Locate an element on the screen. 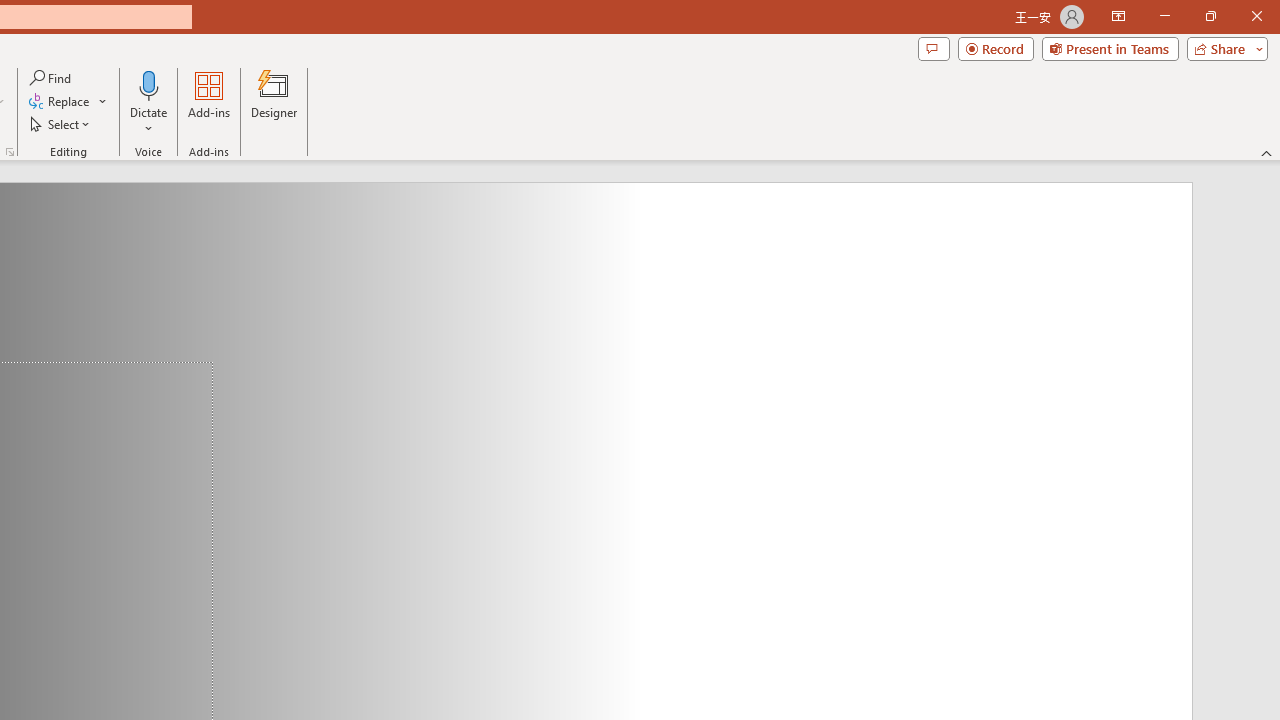  'Select' is located at coordinates (61, 124).